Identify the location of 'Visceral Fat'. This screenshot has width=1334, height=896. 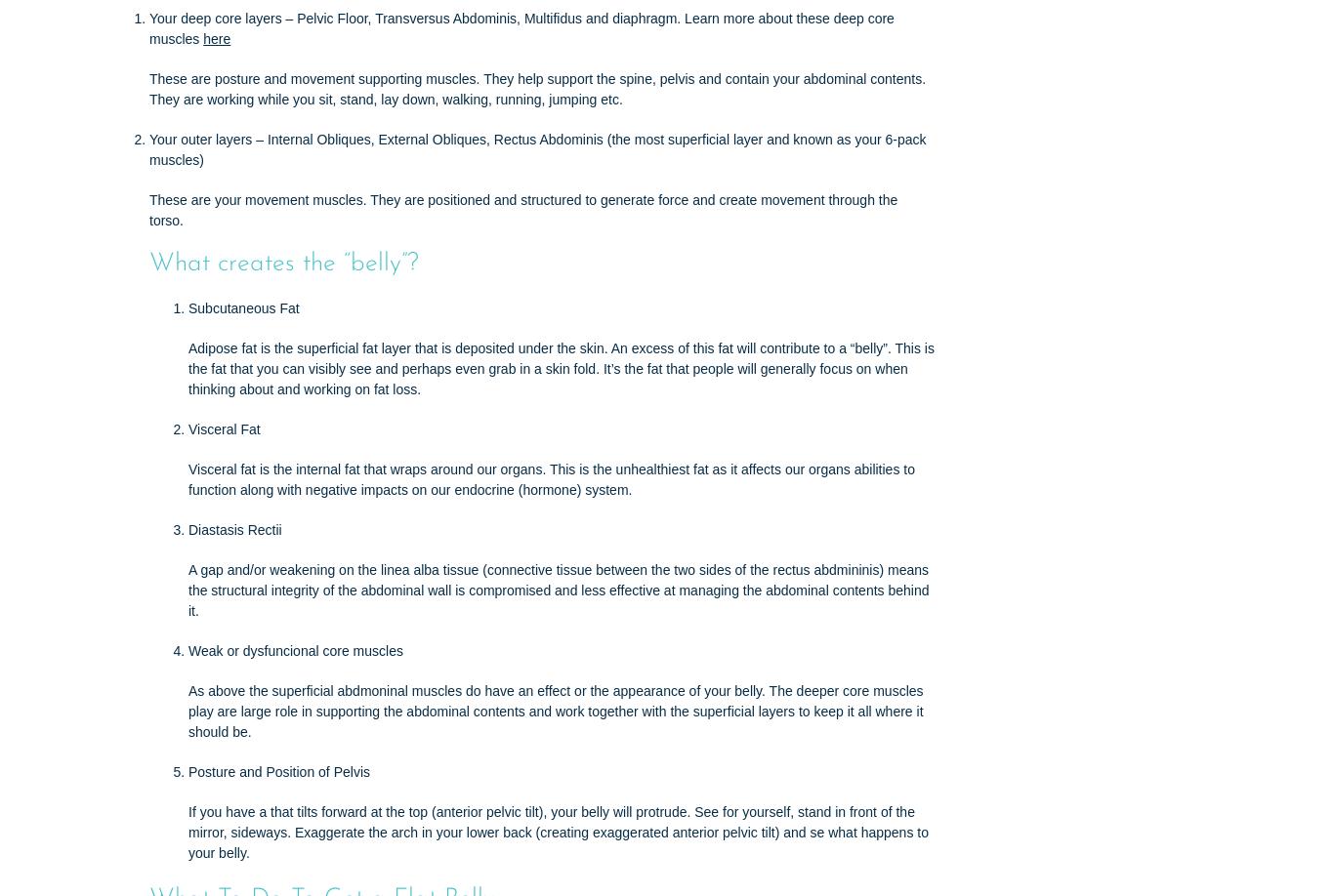
(224, 427).